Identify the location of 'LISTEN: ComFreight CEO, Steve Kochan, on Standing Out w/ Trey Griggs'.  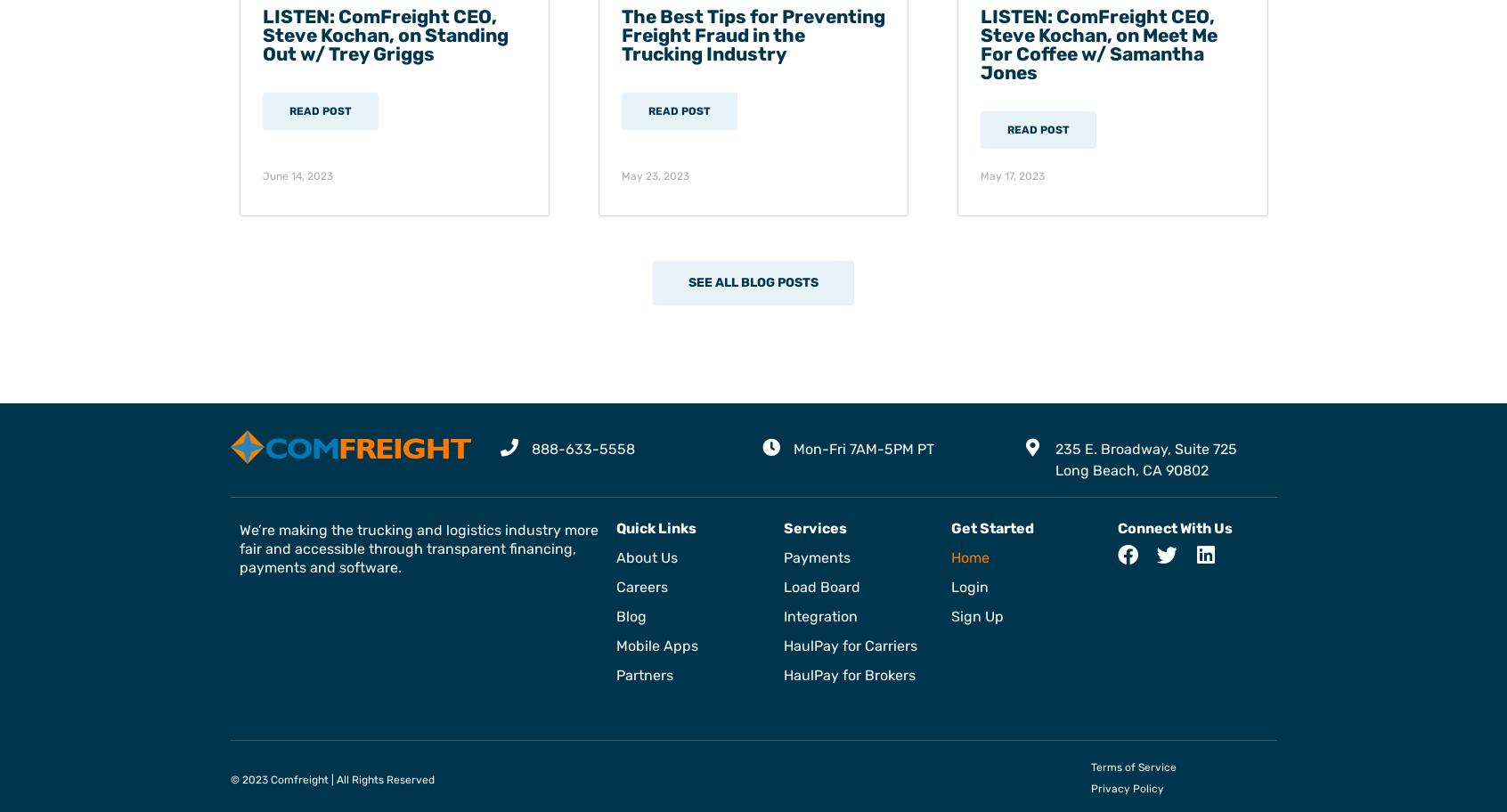
(383, 34).